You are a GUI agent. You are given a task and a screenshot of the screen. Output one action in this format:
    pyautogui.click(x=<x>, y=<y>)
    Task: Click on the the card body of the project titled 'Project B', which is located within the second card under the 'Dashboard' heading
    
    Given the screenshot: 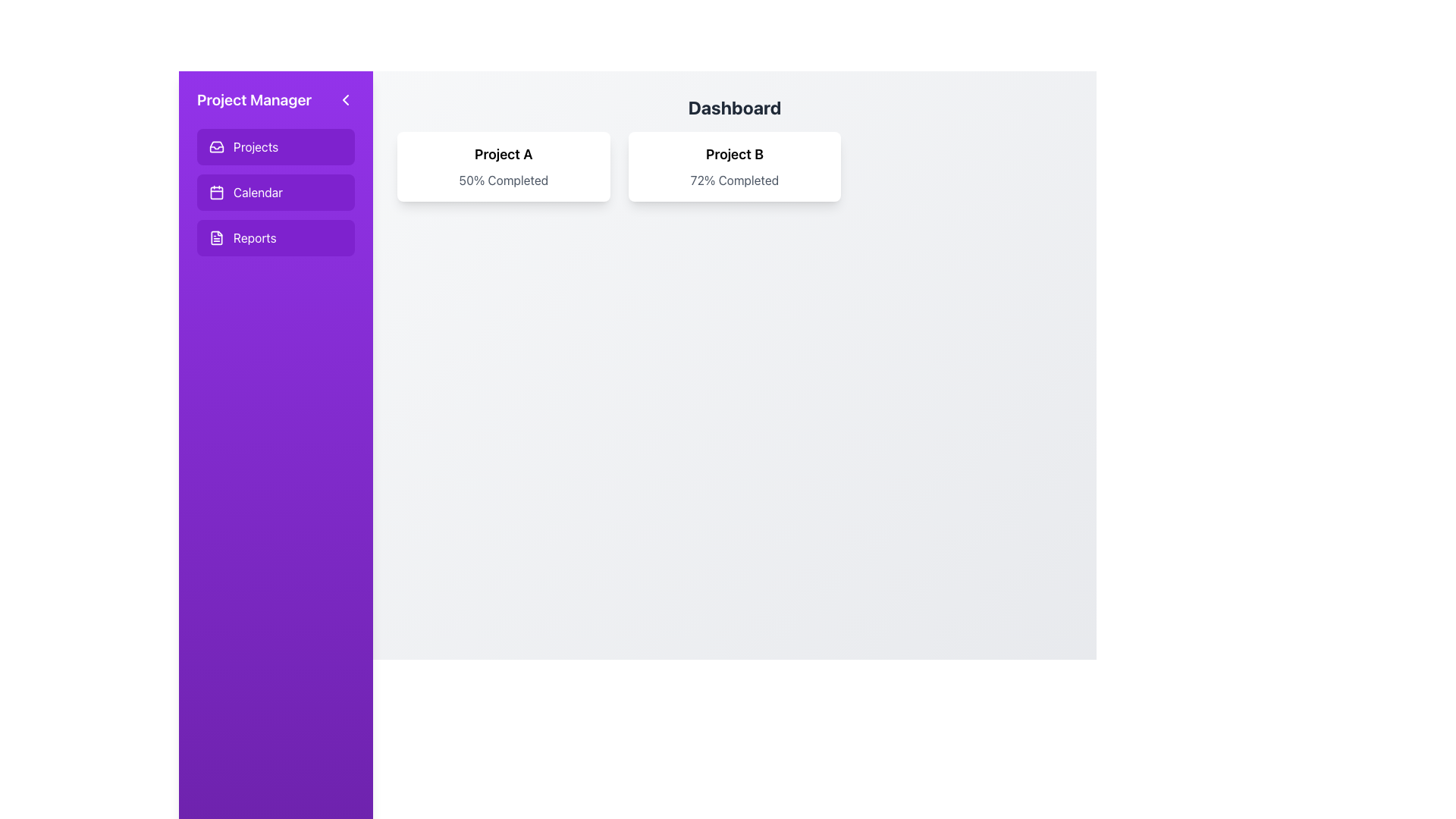 What is the action you would take?
    pyautogui.click(x=735, y=155)
    